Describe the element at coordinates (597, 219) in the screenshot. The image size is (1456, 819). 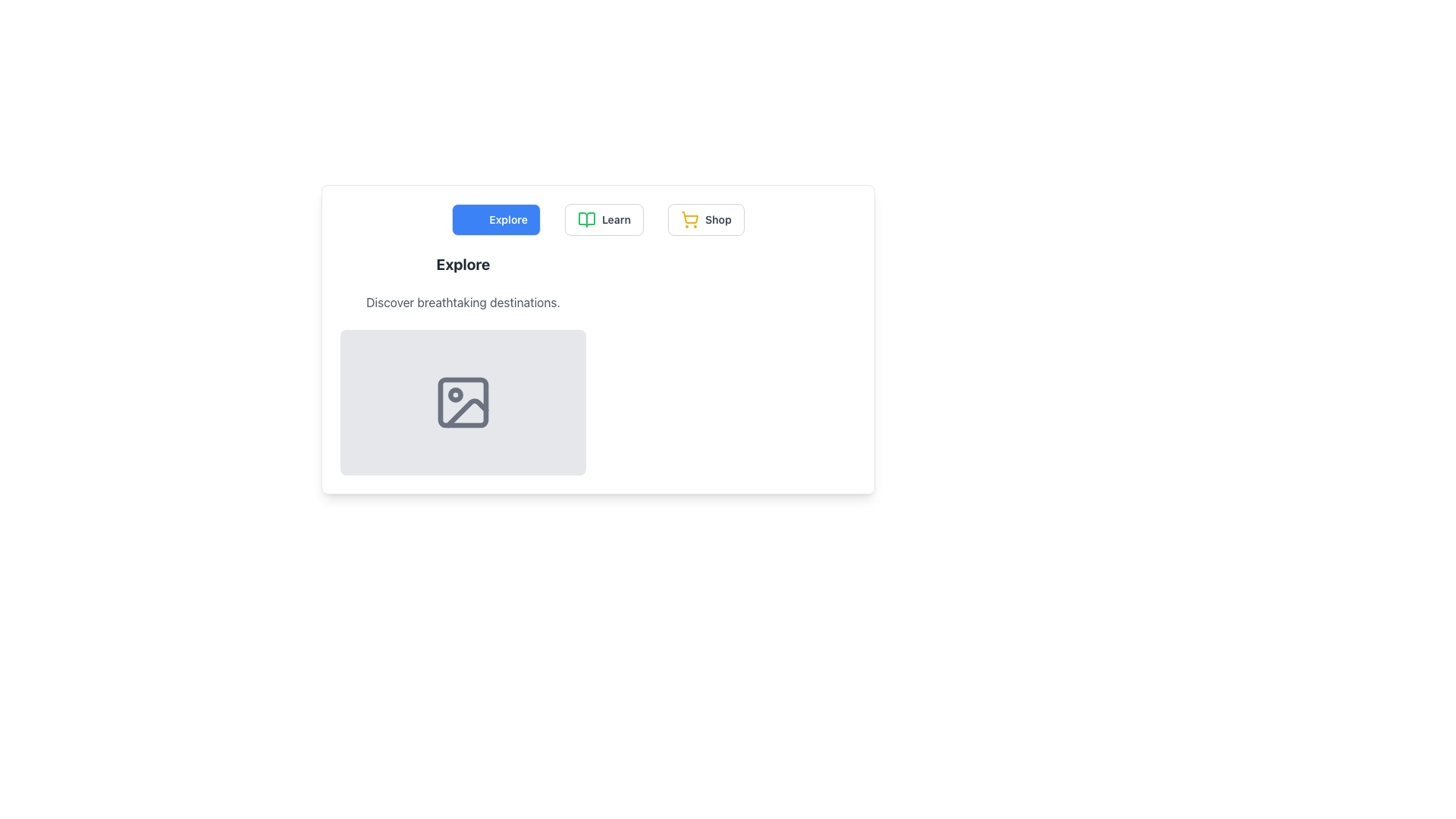
I see `the 'Learn' button, which is the second button in a horizontal navigation section at the top of a card interface` at that location.